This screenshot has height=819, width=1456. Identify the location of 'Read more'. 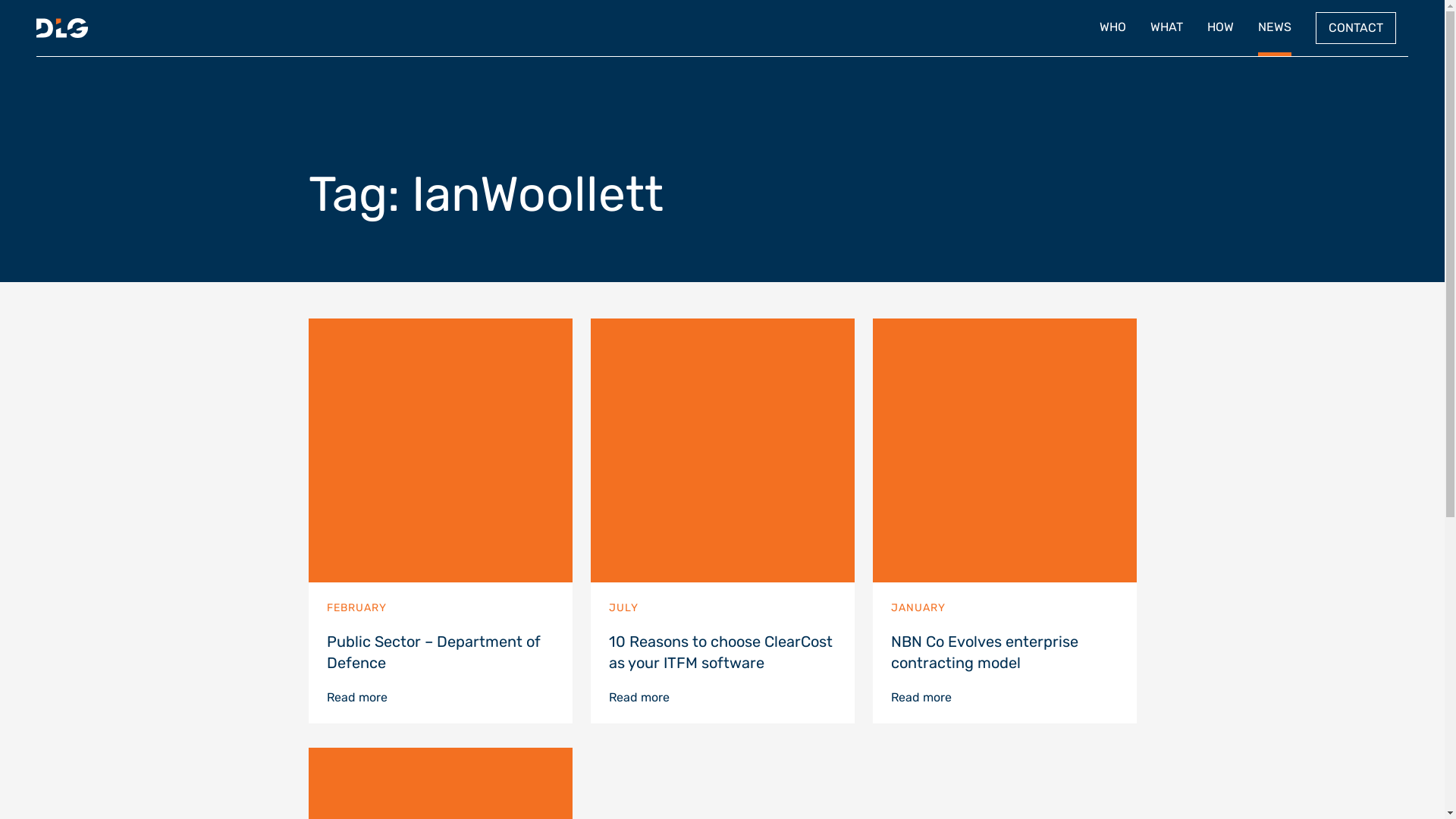
(638, 697).